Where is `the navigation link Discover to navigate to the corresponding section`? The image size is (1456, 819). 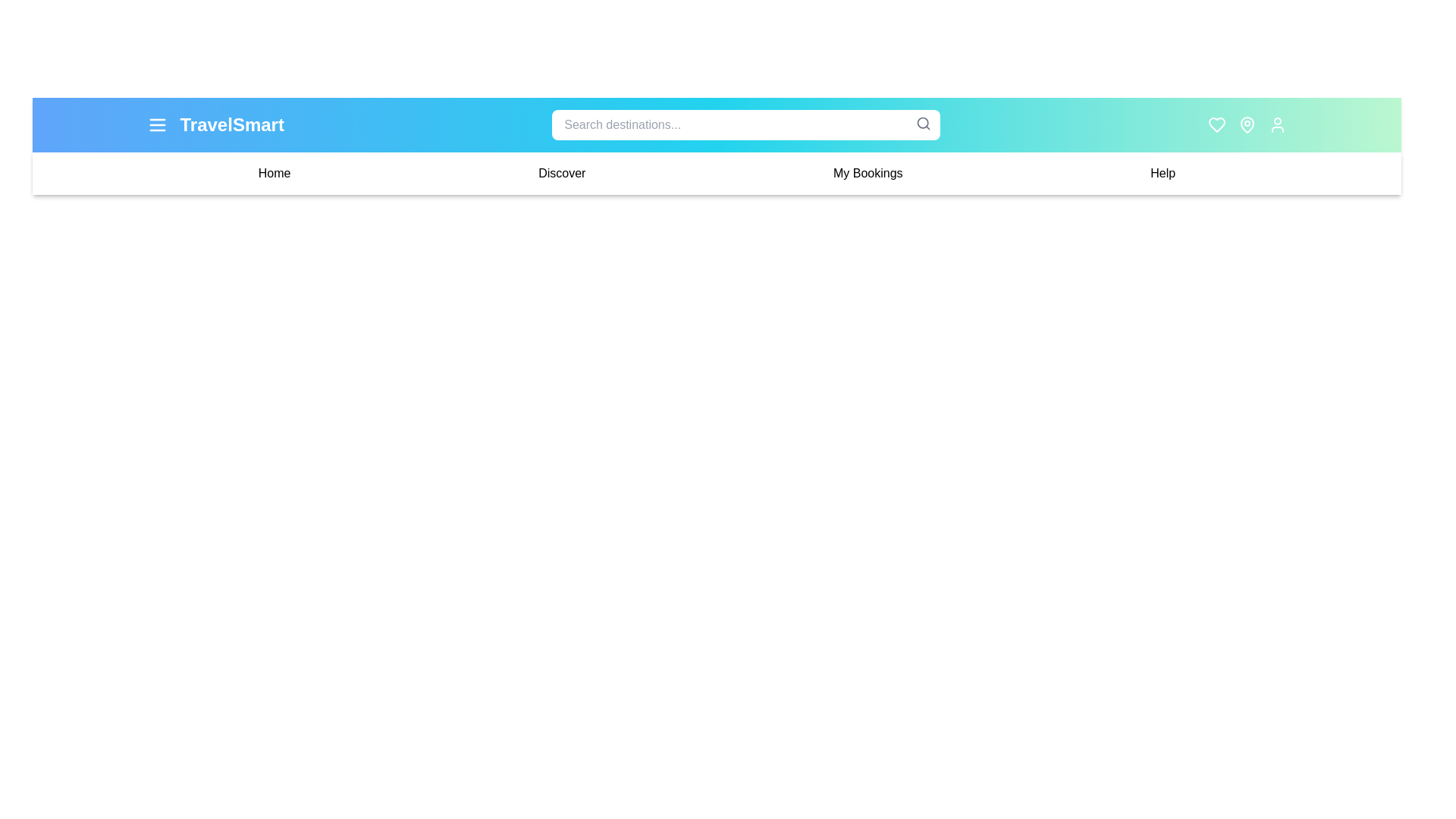
the navigation link Discover to navigate to the corresponding section is located at coordinates (561, 172).